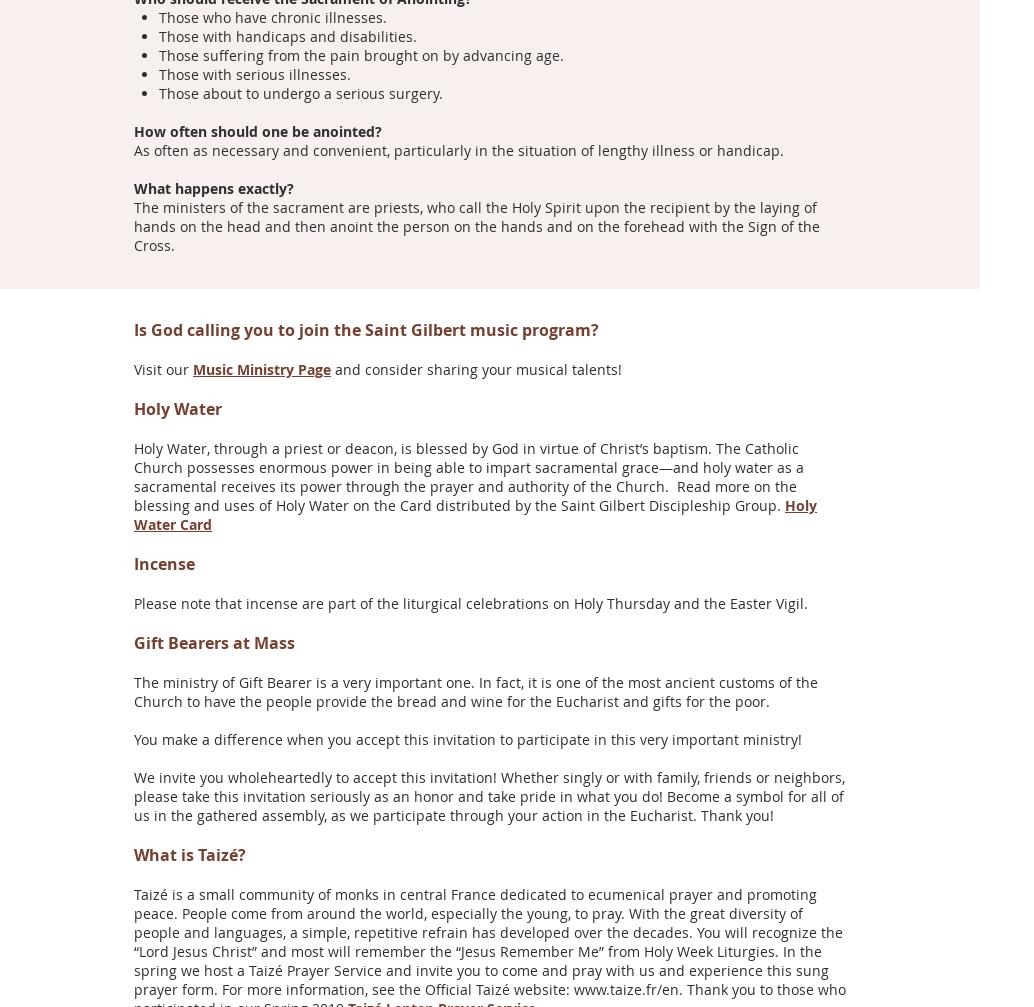 Image resolution: width=1034 pixels, height=1007 pixels. I want to click on 'and consider sharing your musical talents!', so click(329, 368).